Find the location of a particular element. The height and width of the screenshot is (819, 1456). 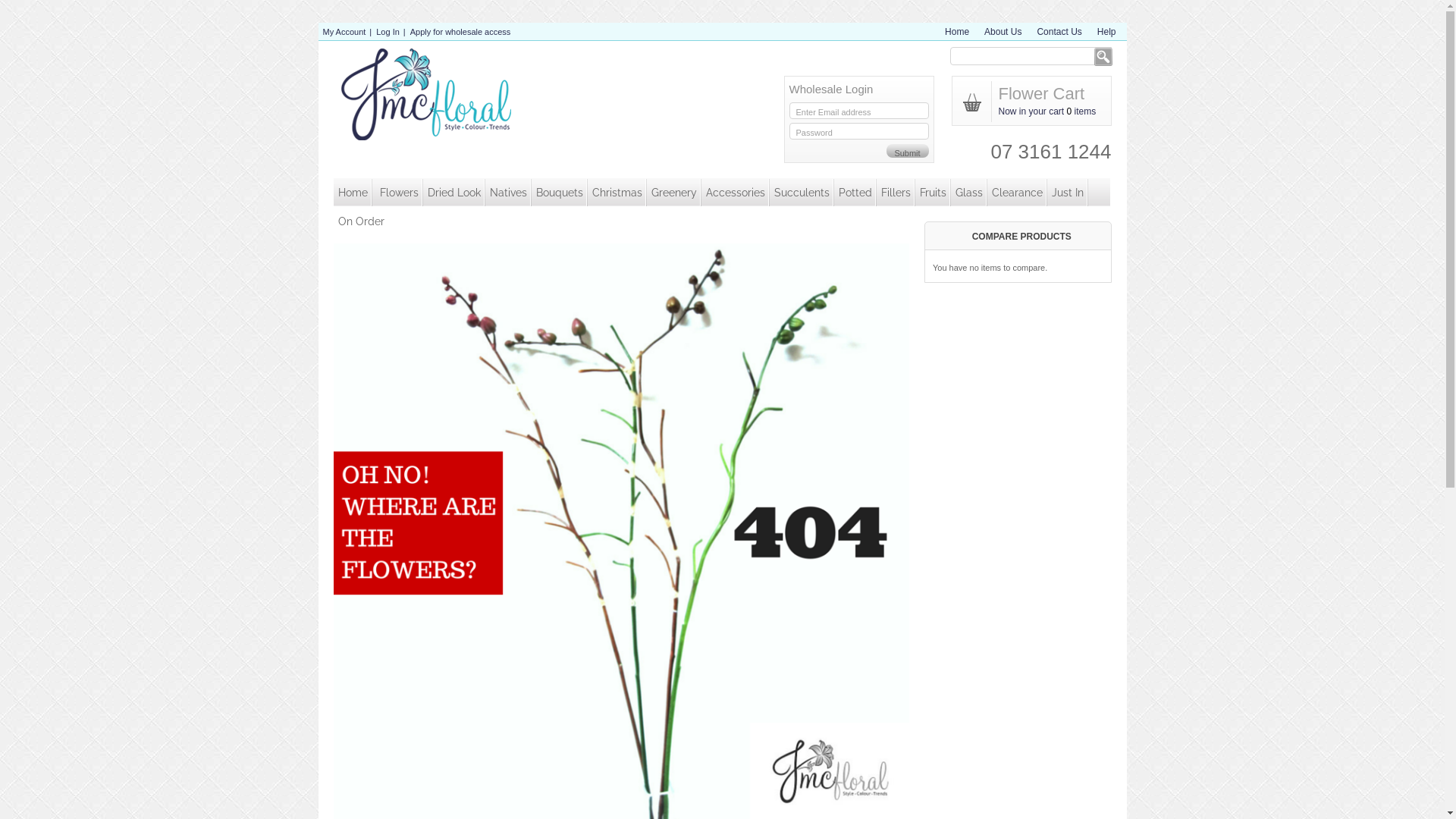

'Christmas' is located at coordinates (585, 192).